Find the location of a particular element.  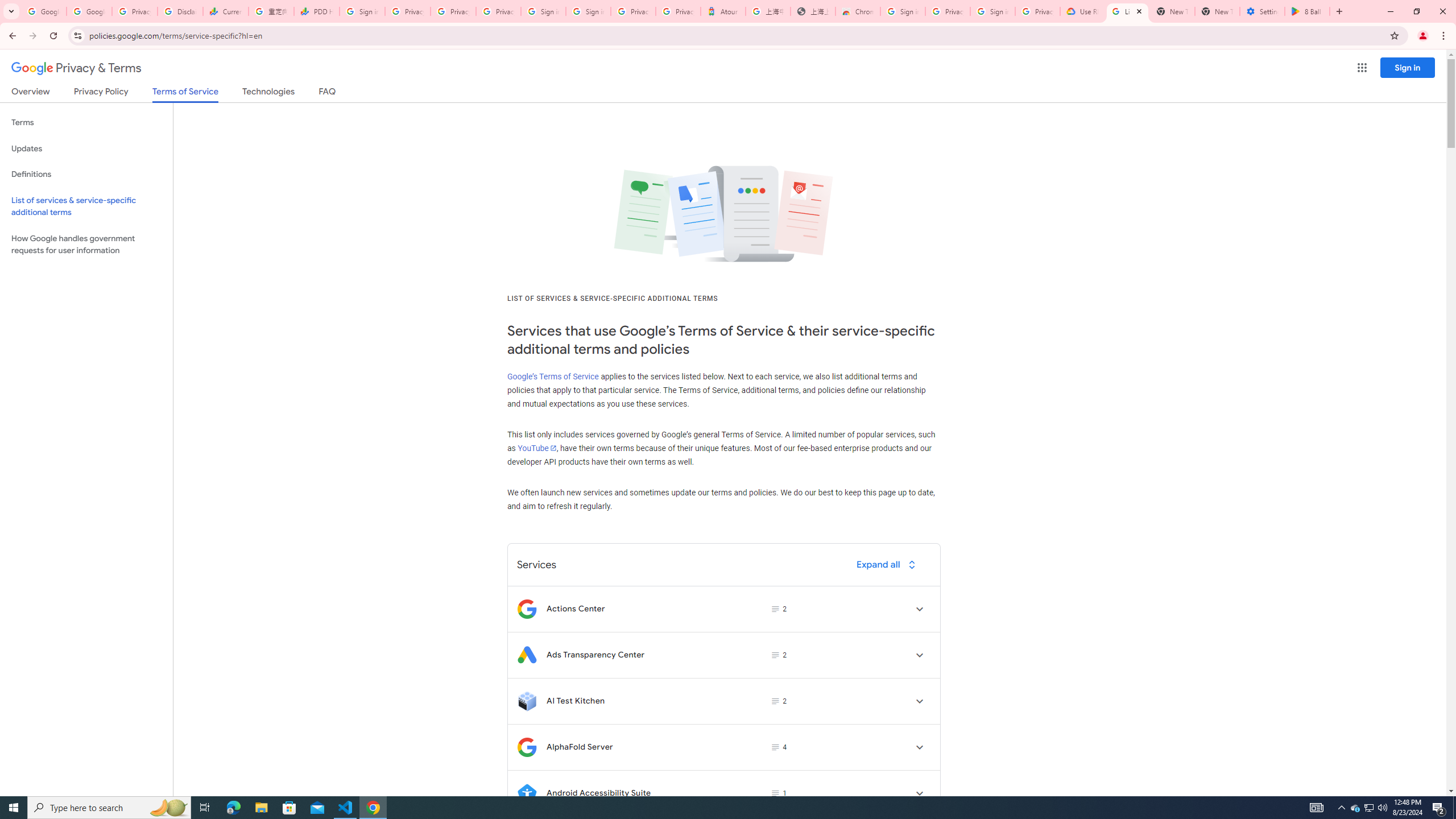

'8 Ball Pool - Apps on Google Play' is located at coordinates (1307, 11).